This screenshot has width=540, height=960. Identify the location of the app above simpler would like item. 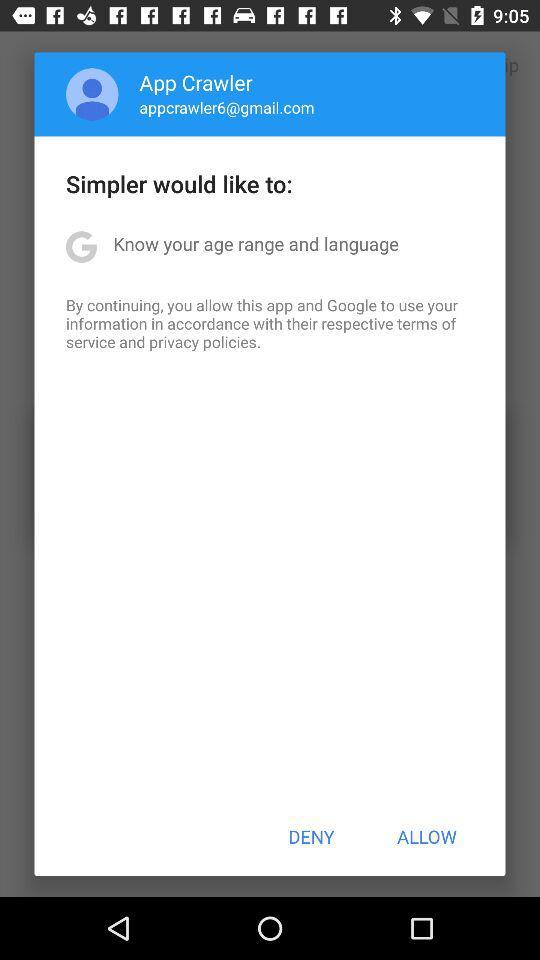
(226, 107).